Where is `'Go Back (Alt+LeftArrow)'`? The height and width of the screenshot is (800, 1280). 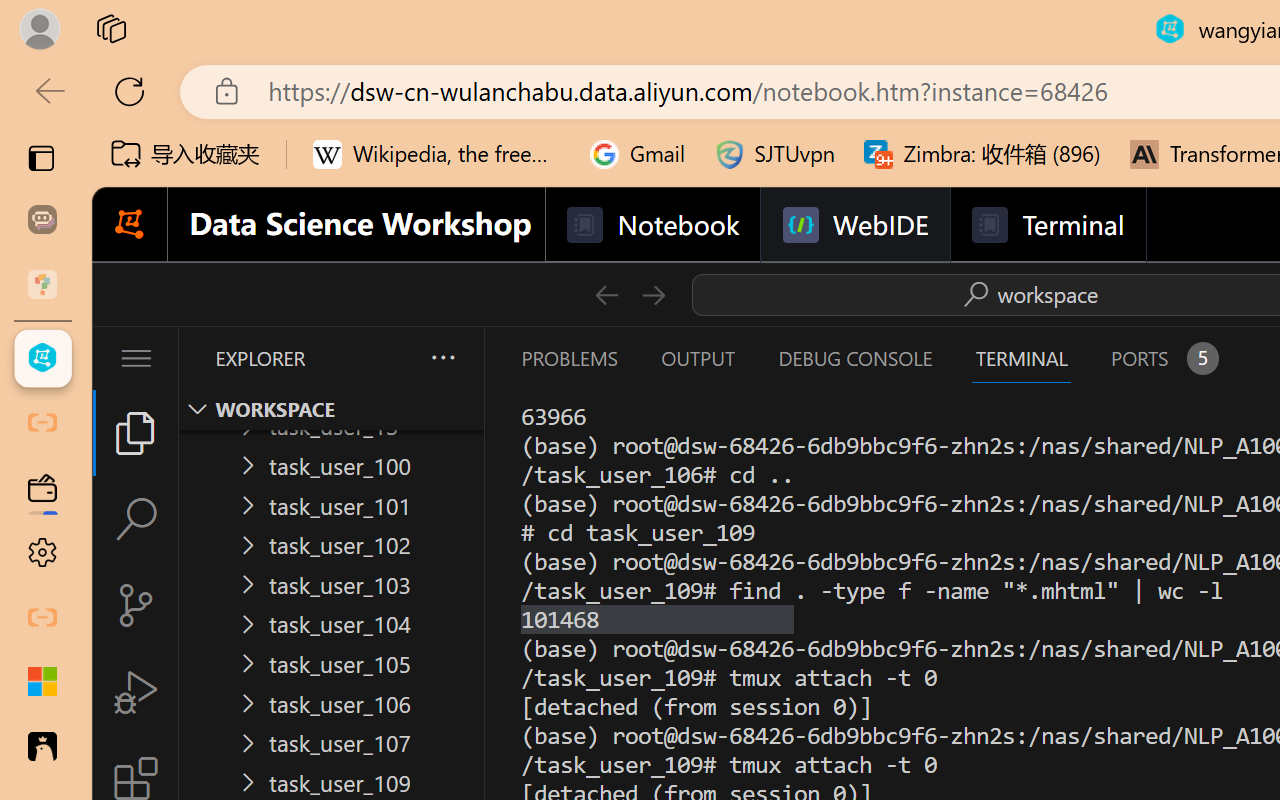 'Go Back (Alt+LeftArrow)' is located at coordinates (605, 294).